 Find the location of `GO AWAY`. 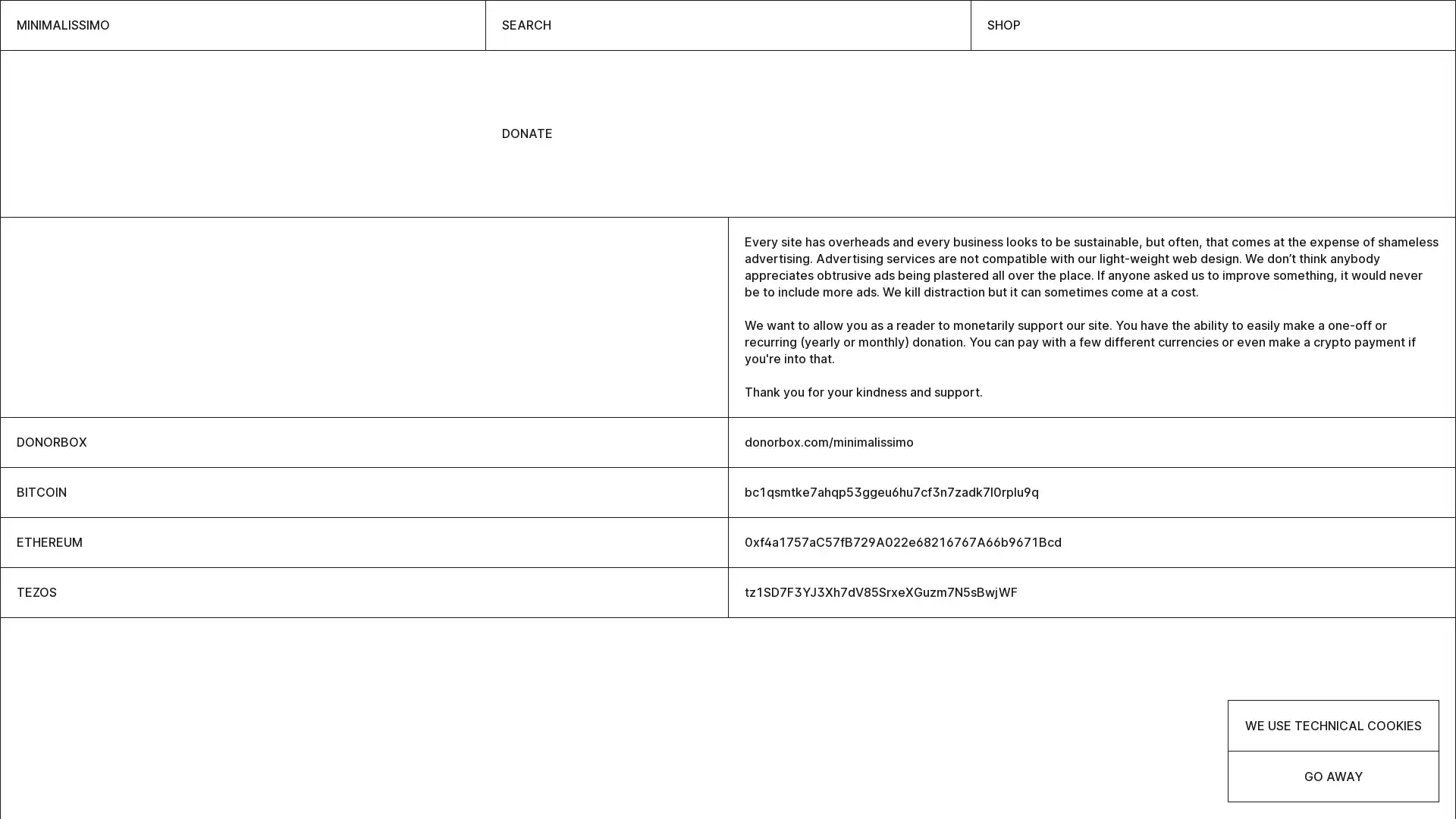

GO AWAY is located at coordinates (1332, 776).